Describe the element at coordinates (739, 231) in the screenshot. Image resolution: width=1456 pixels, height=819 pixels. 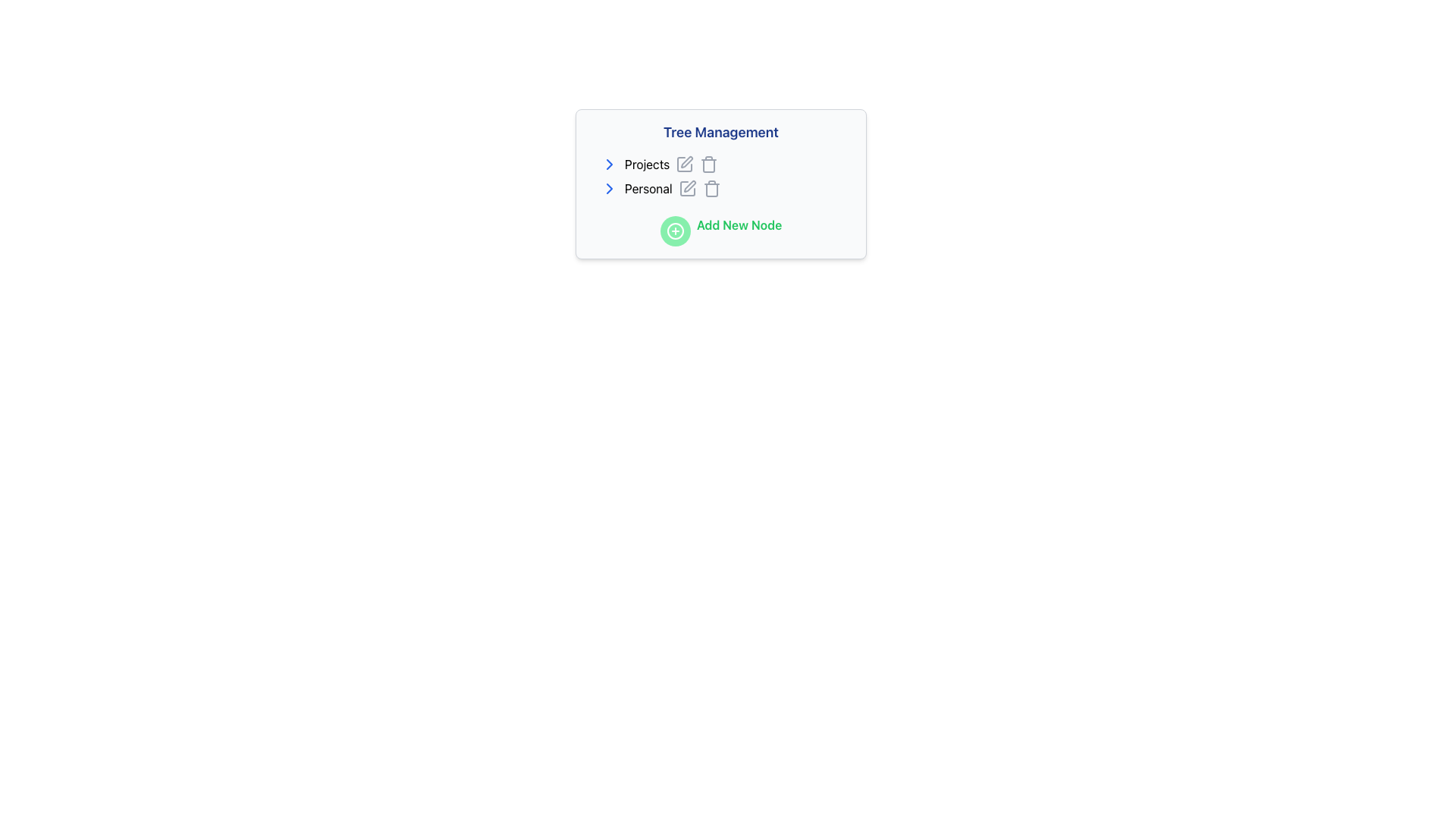
I see `the text label reading 'Add New Node' styled with a green font color and bold typeface` at that location.